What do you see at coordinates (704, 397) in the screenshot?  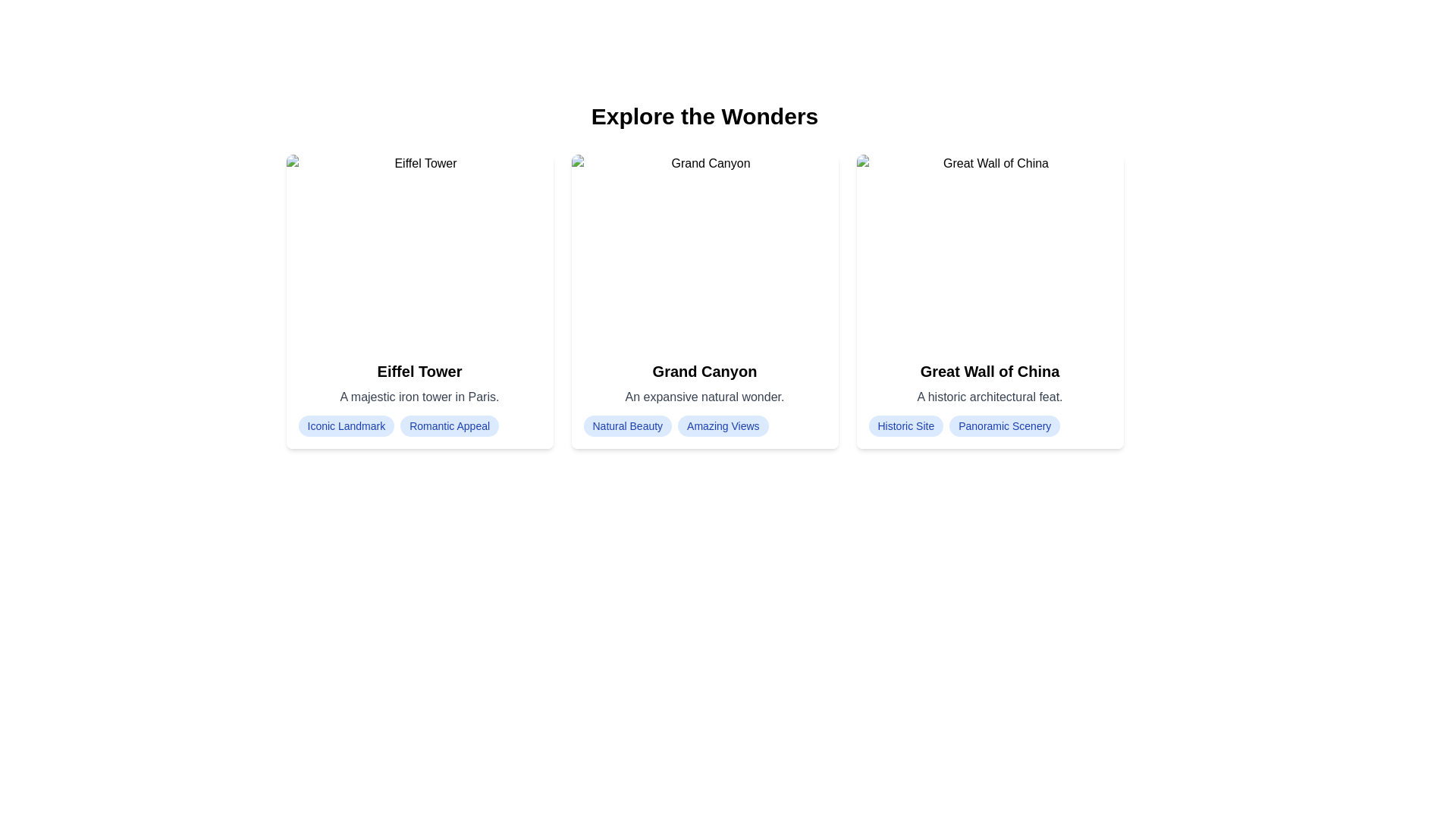 I see `title and description of the informational card about the Grand Canyon, which is the second card in a horizontal list of three cards` at bounding box center [704, 397].